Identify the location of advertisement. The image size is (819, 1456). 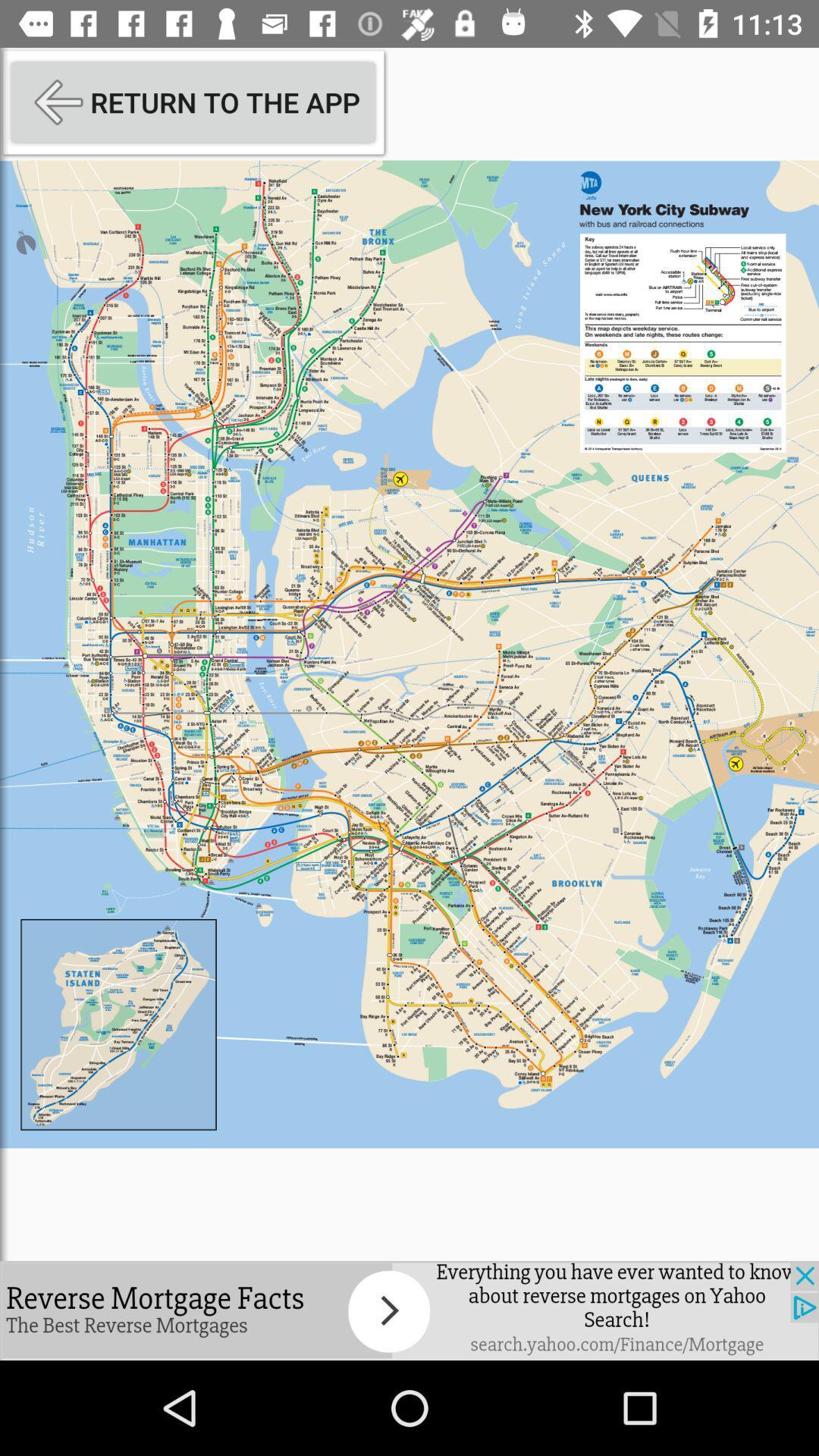
(409, 1310).